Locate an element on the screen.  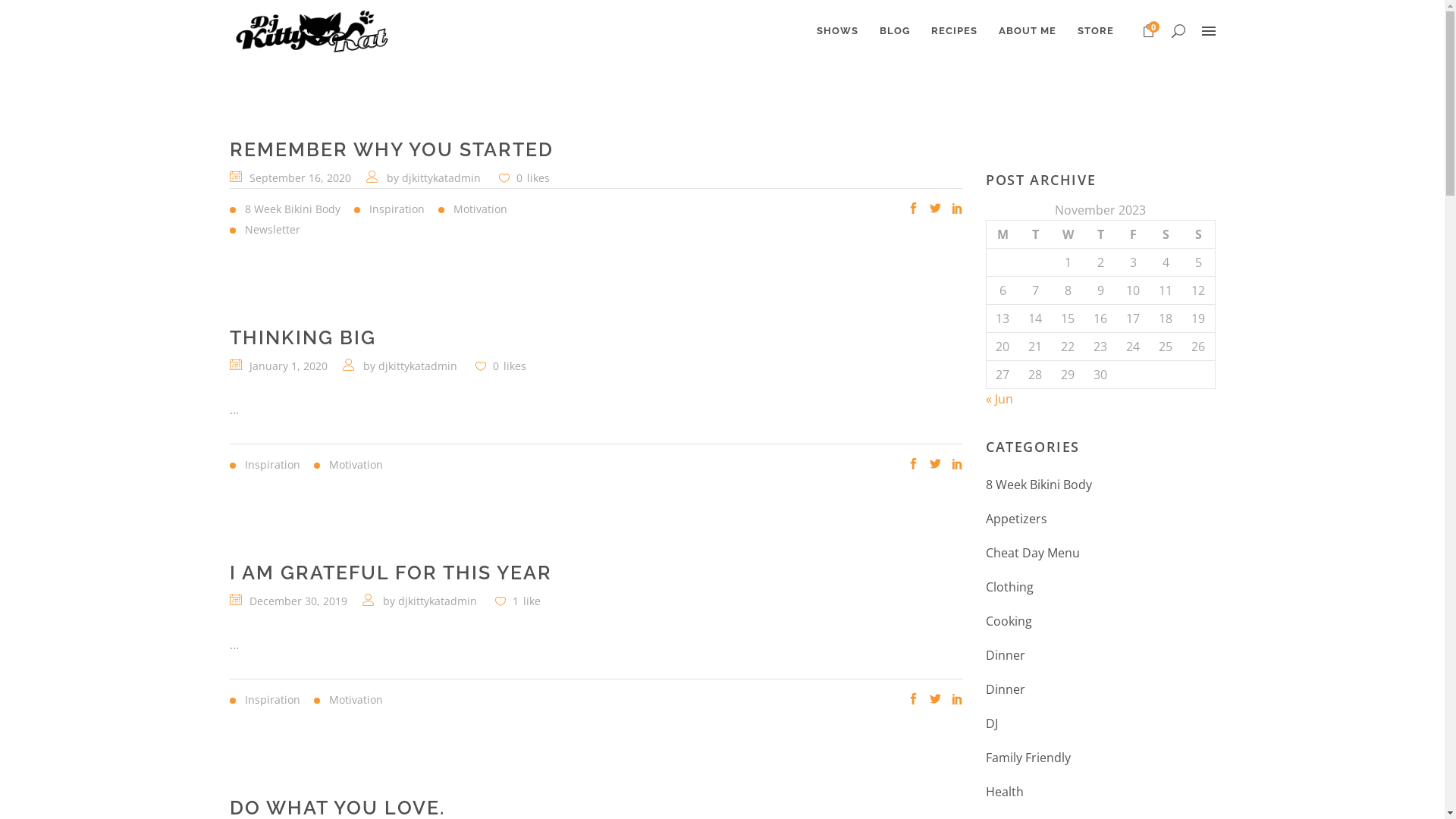
'0likes' is located at coordinates (524, 177).